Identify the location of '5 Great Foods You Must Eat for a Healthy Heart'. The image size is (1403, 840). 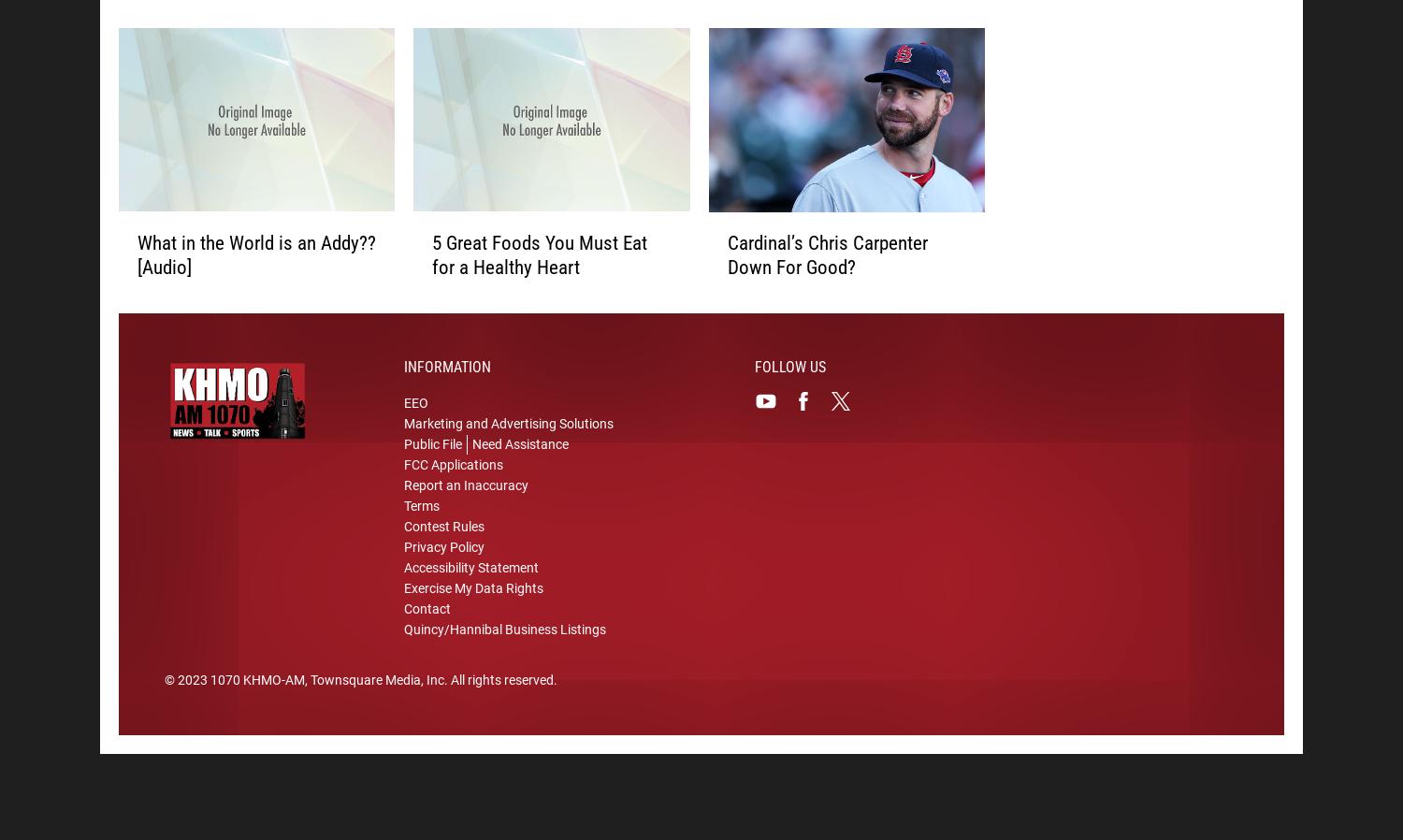
(539, 257).